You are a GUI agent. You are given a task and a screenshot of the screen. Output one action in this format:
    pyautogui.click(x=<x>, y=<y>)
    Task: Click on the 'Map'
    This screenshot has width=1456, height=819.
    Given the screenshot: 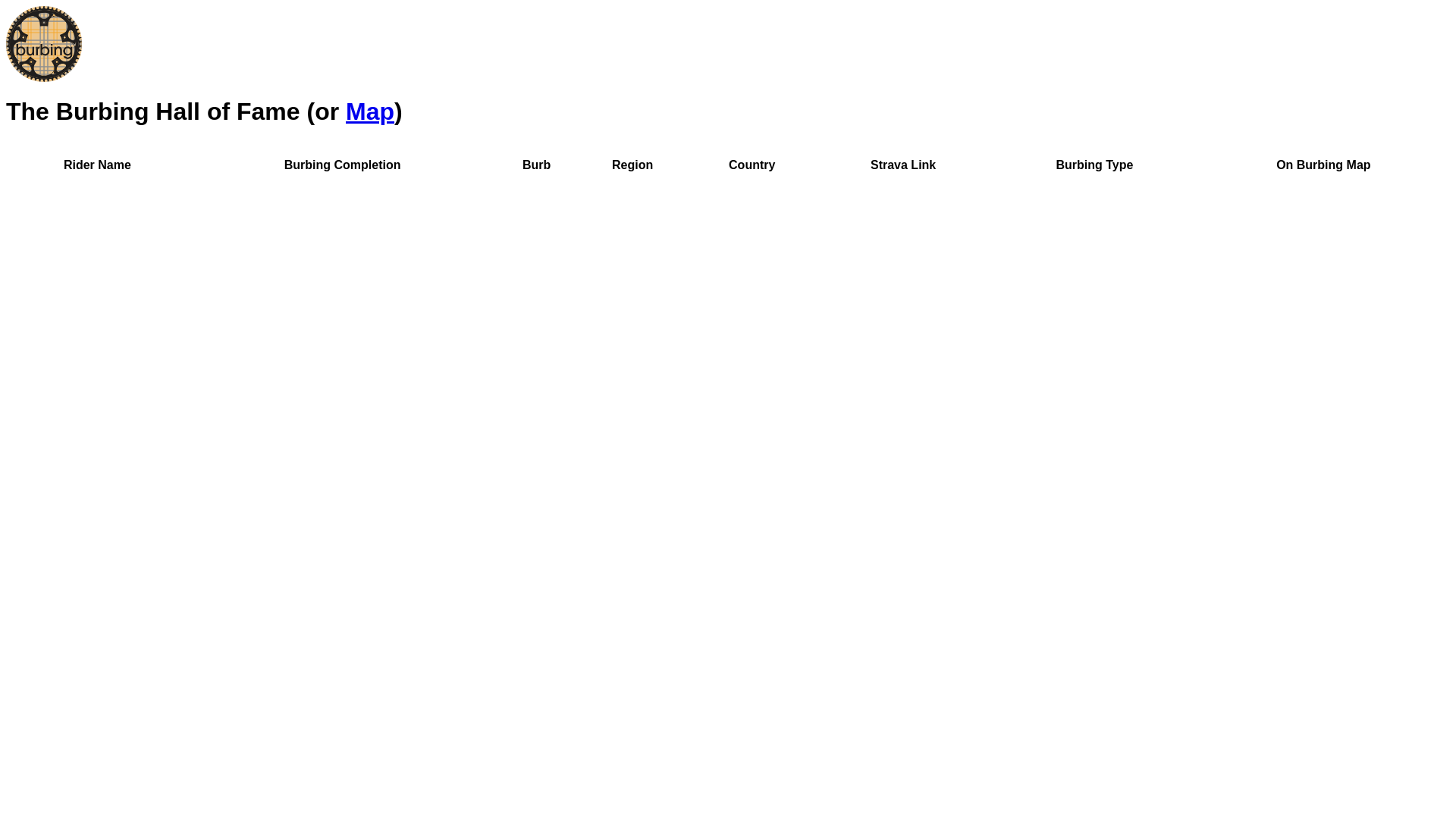 What is the action you would take?
    pyautogui.click(x=370, y=110)
    